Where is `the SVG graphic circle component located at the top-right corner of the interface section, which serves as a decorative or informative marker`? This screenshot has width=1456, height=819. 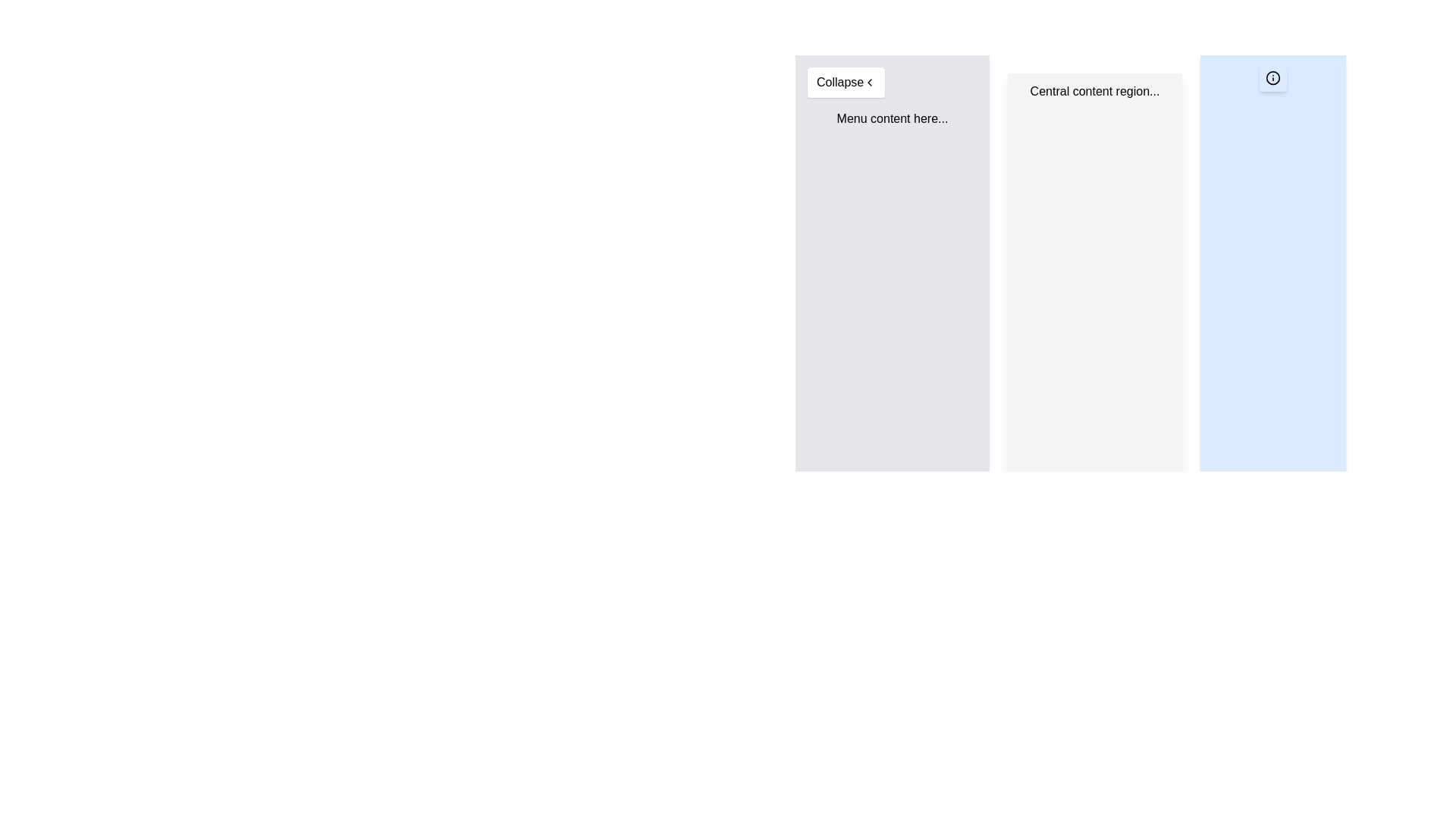 the SVG graphic circle component located at the top-right corner of the interface section, which serves as a decorative or informative marker is located at coordinates (1273, 78).